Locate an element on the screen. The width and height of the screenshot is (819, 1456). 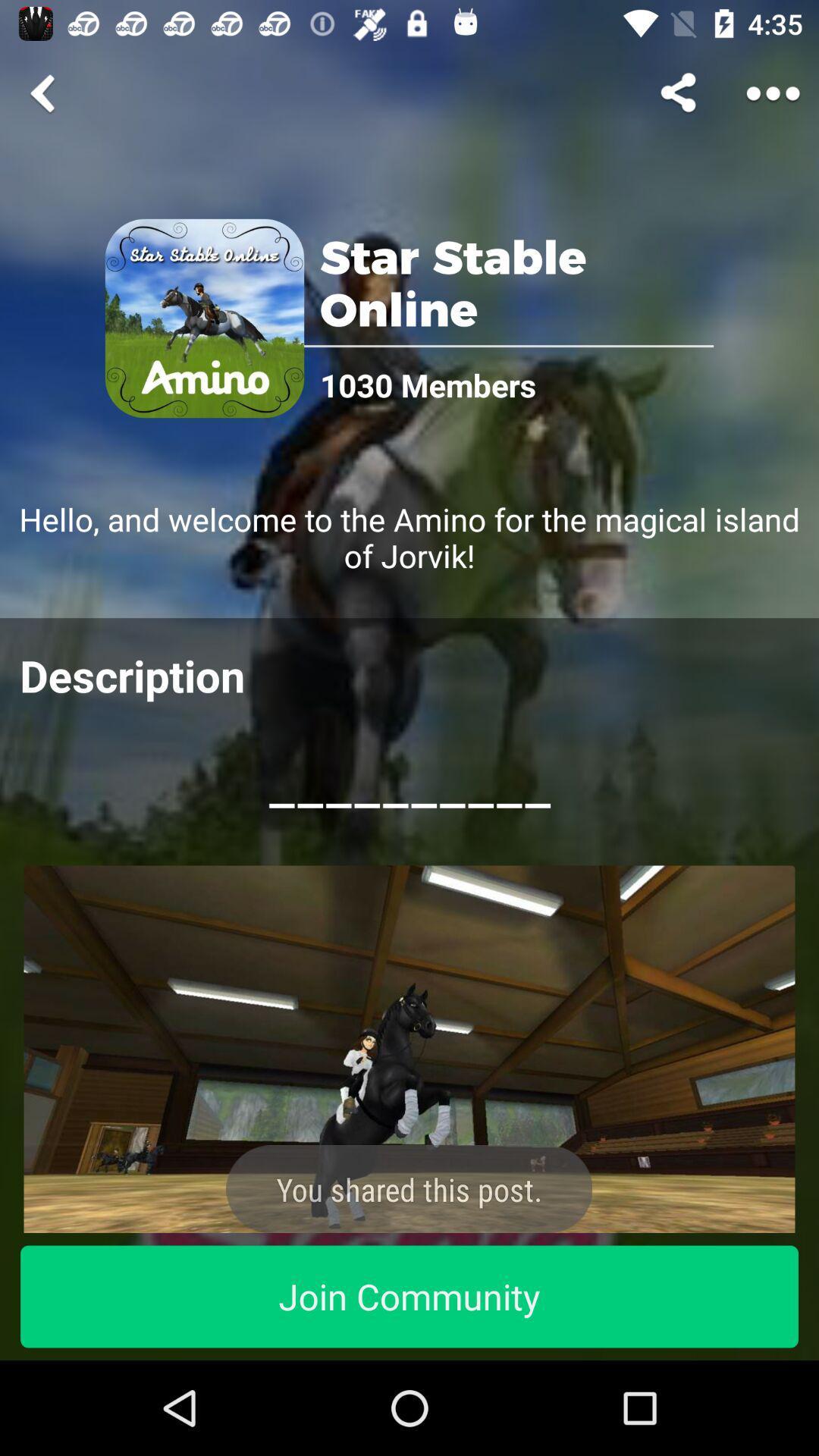
share the article is located at coordinates (409, 1048).